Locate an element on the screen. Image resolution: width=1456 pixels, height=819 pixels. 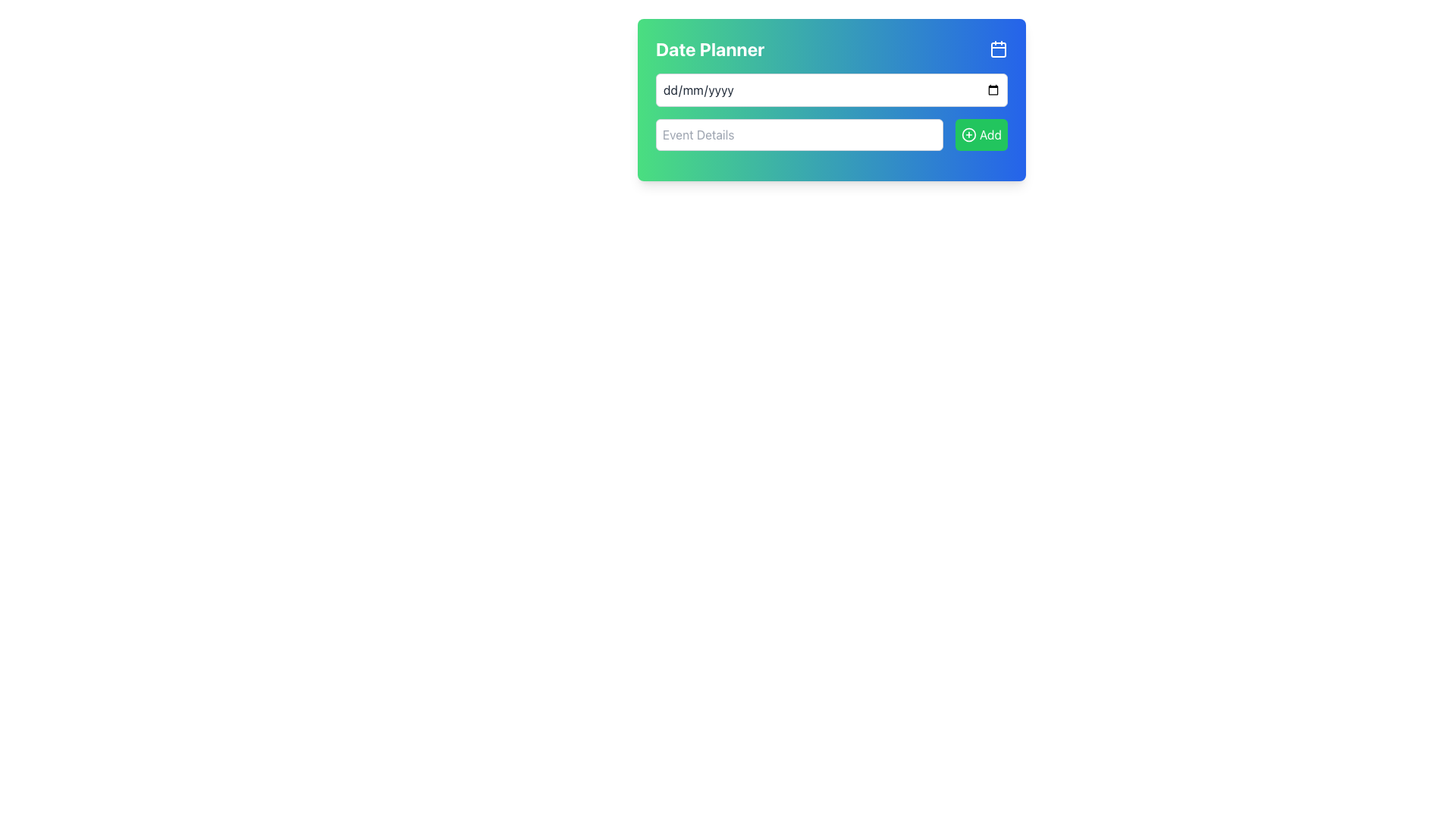
the blue calendar icon located in the top-right corner of the 'Date Planner' section is located at coordinates (998, 49).